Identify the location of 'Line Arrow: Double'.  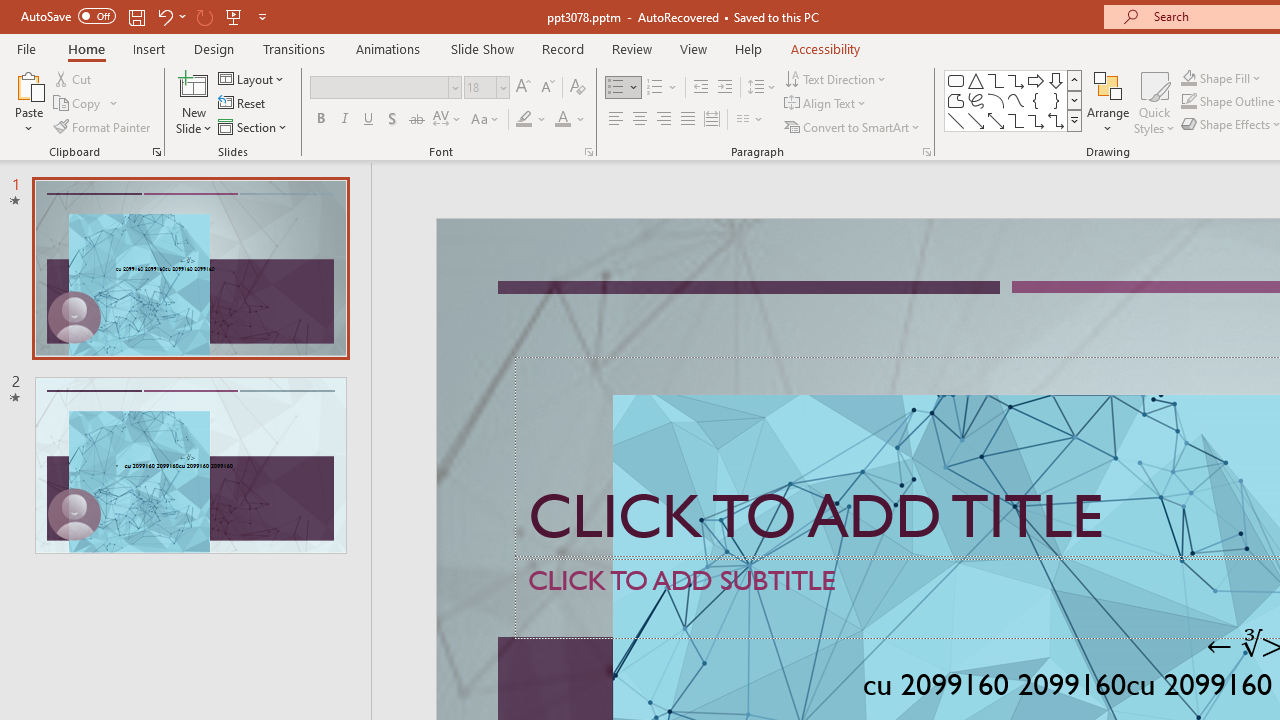
(995, 120).